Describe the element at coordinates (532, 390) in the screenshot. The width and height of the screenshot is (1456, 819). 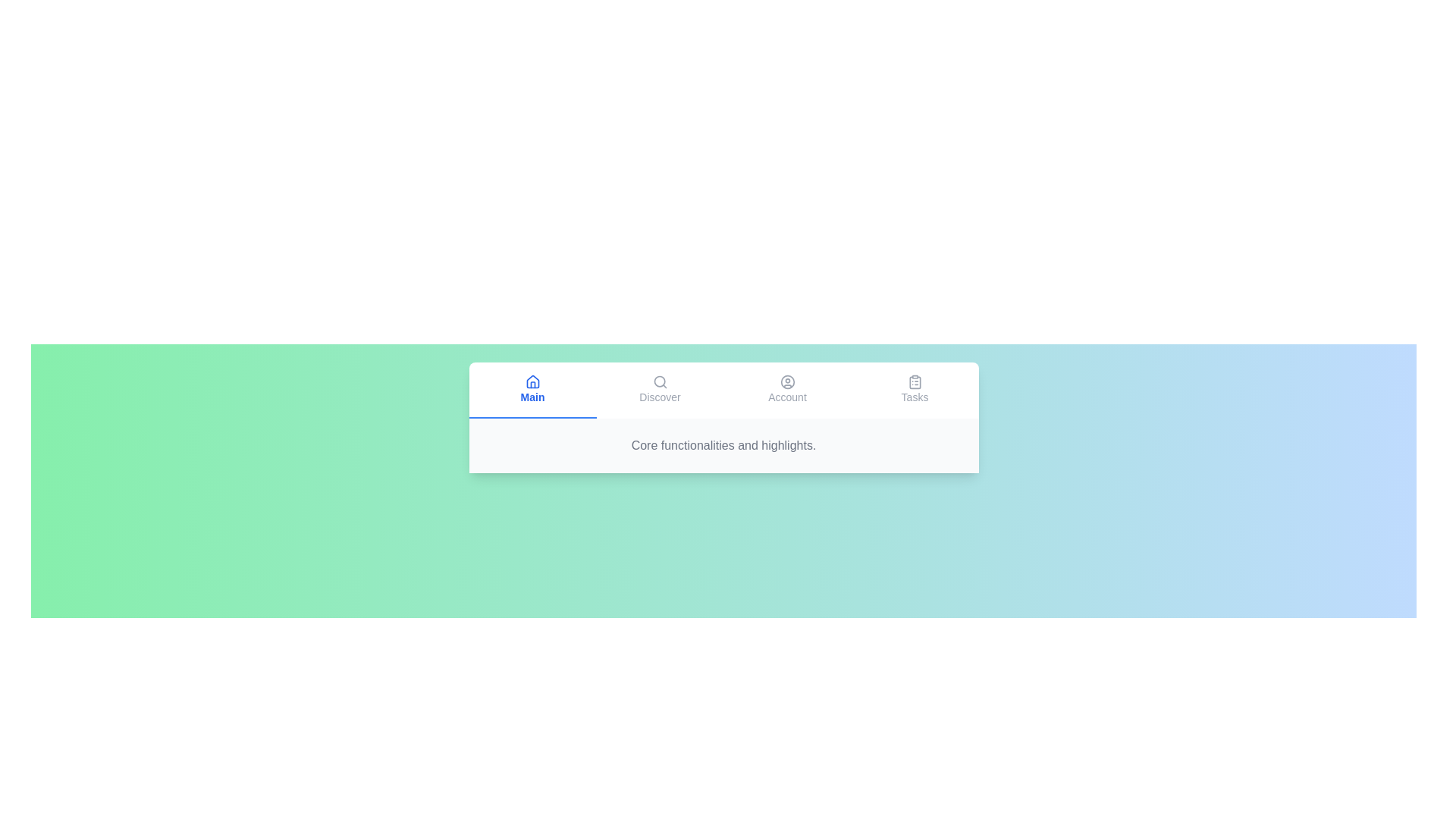
I see `the Main tab to switch to it` at that location.